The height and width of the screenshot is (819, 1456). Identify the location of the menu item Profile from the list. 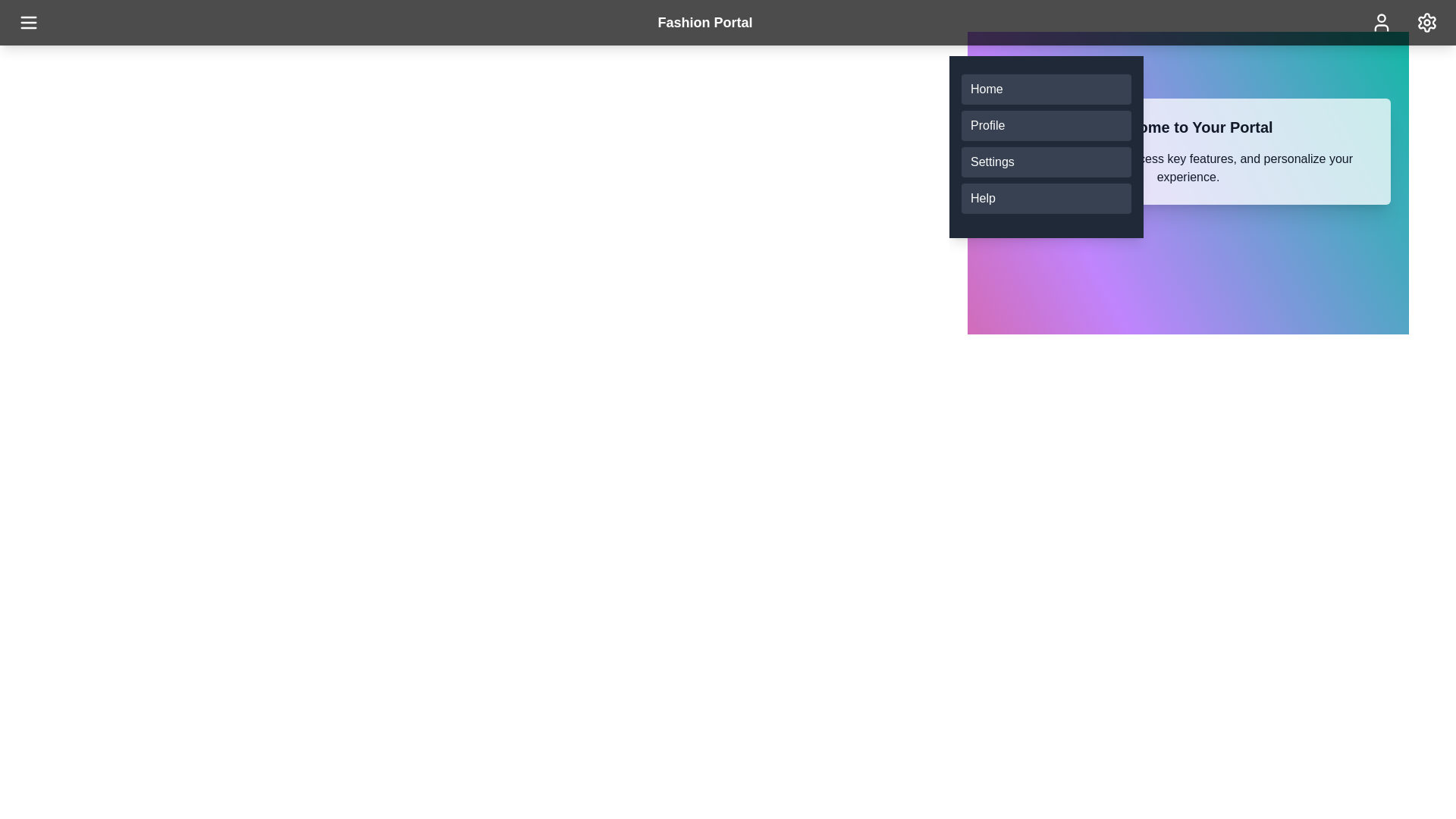
(1046, 124).